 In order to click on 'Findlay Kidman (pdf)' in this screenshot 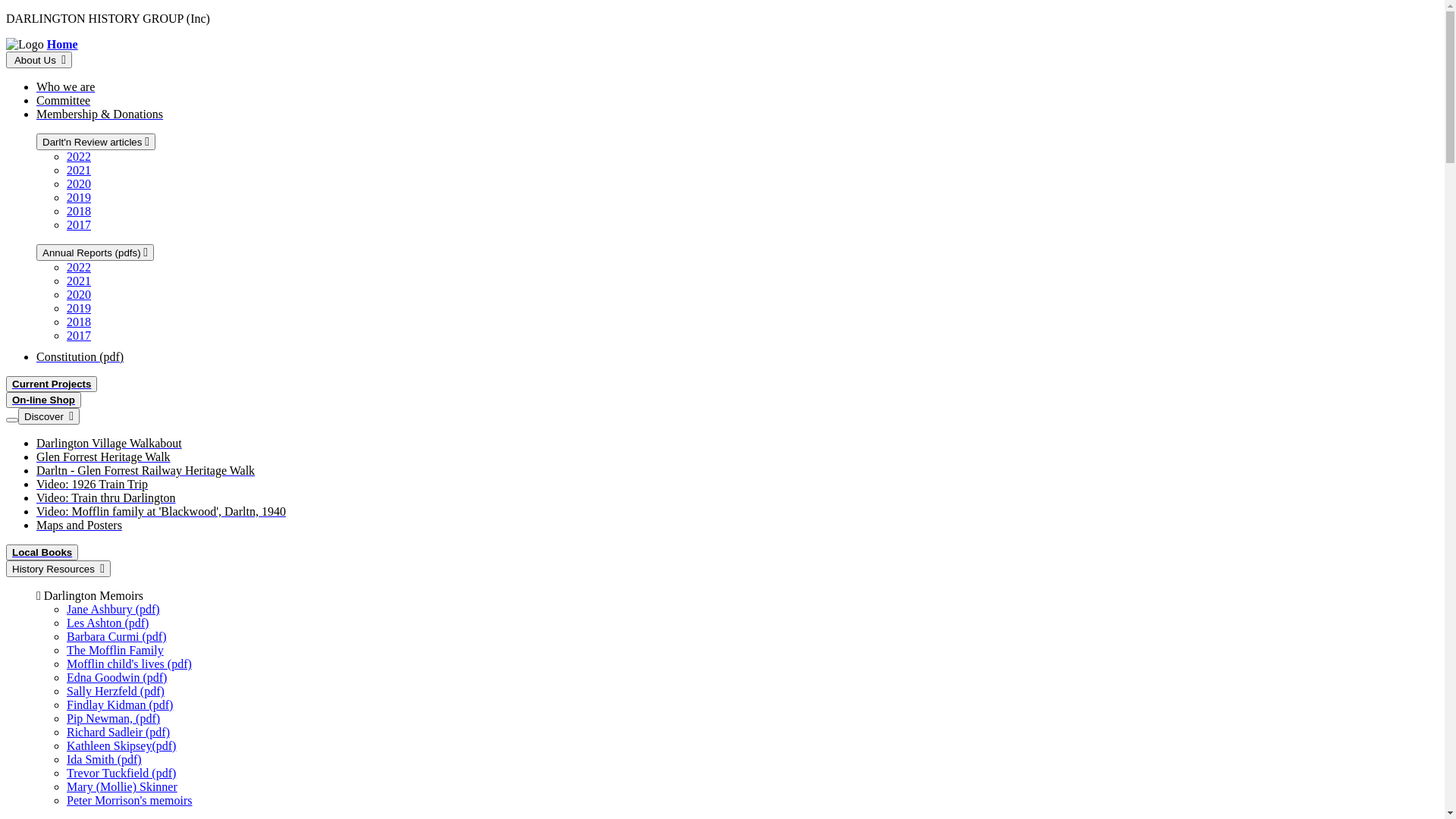, I will do `click(119, 704)`.